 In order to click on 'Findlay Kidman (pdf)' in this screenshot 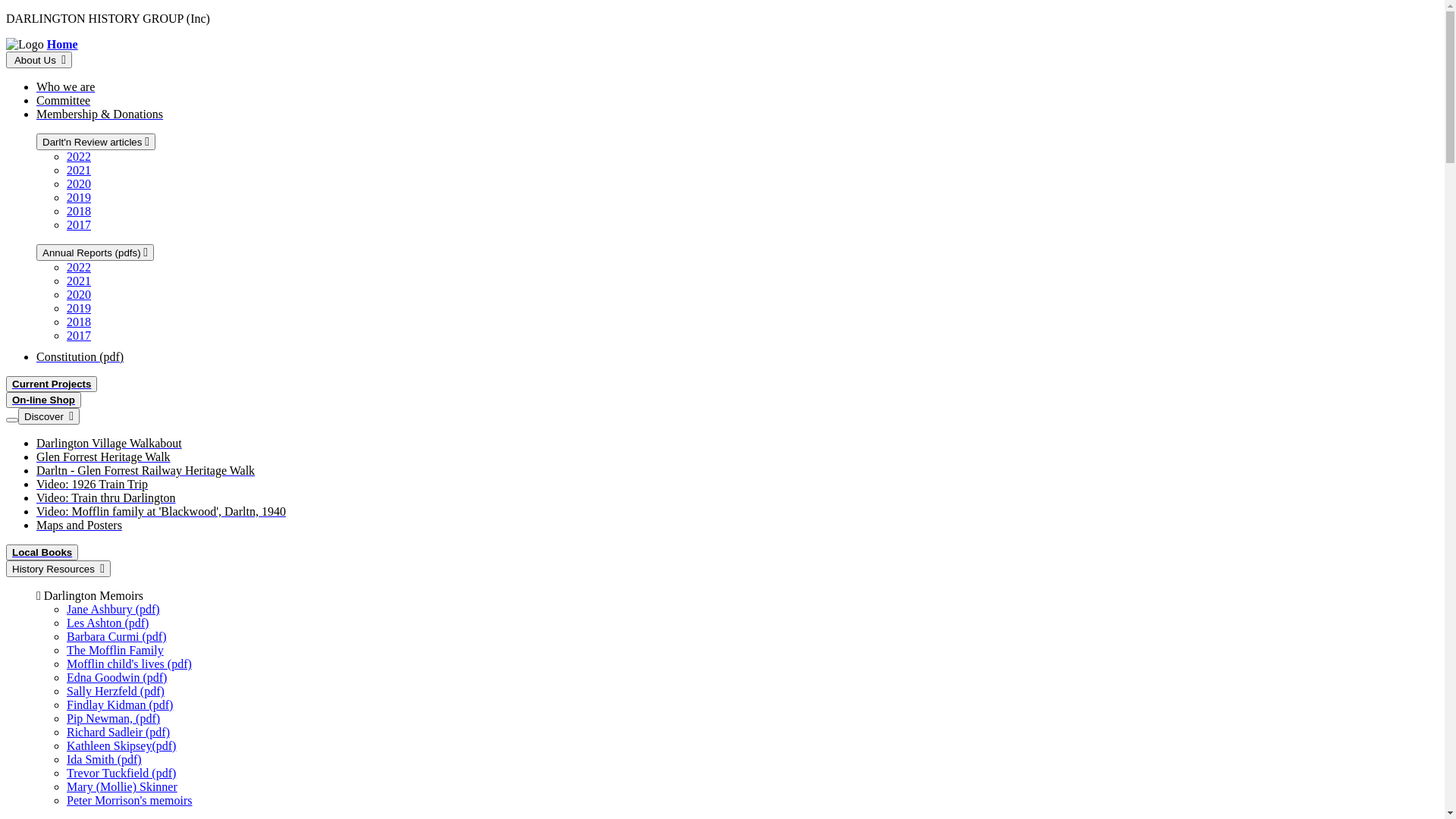, I will do `click(119, 704)`.